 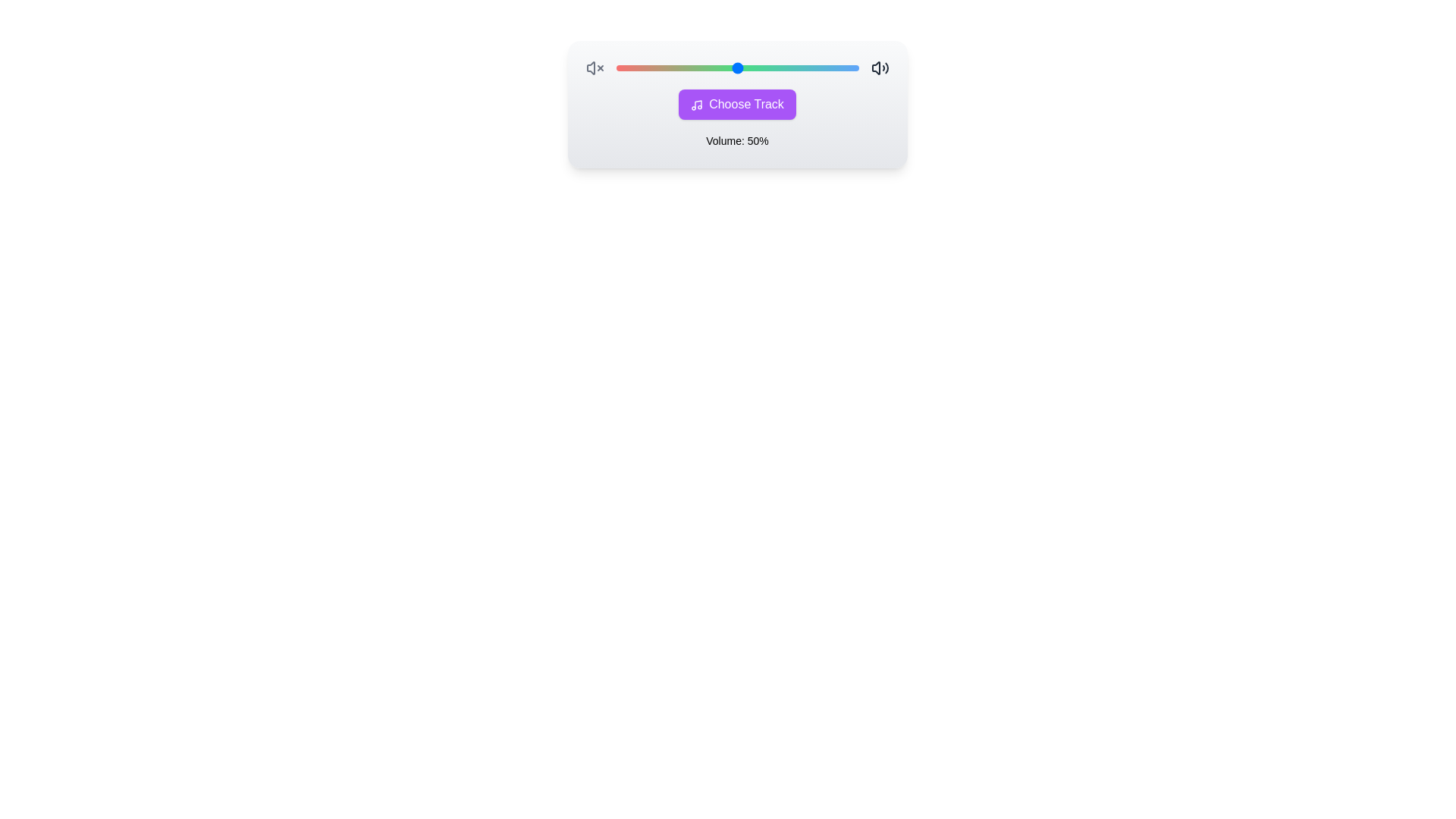 I want to click on the volume slider to set the volume to 31%, so click(x=616, y=67).